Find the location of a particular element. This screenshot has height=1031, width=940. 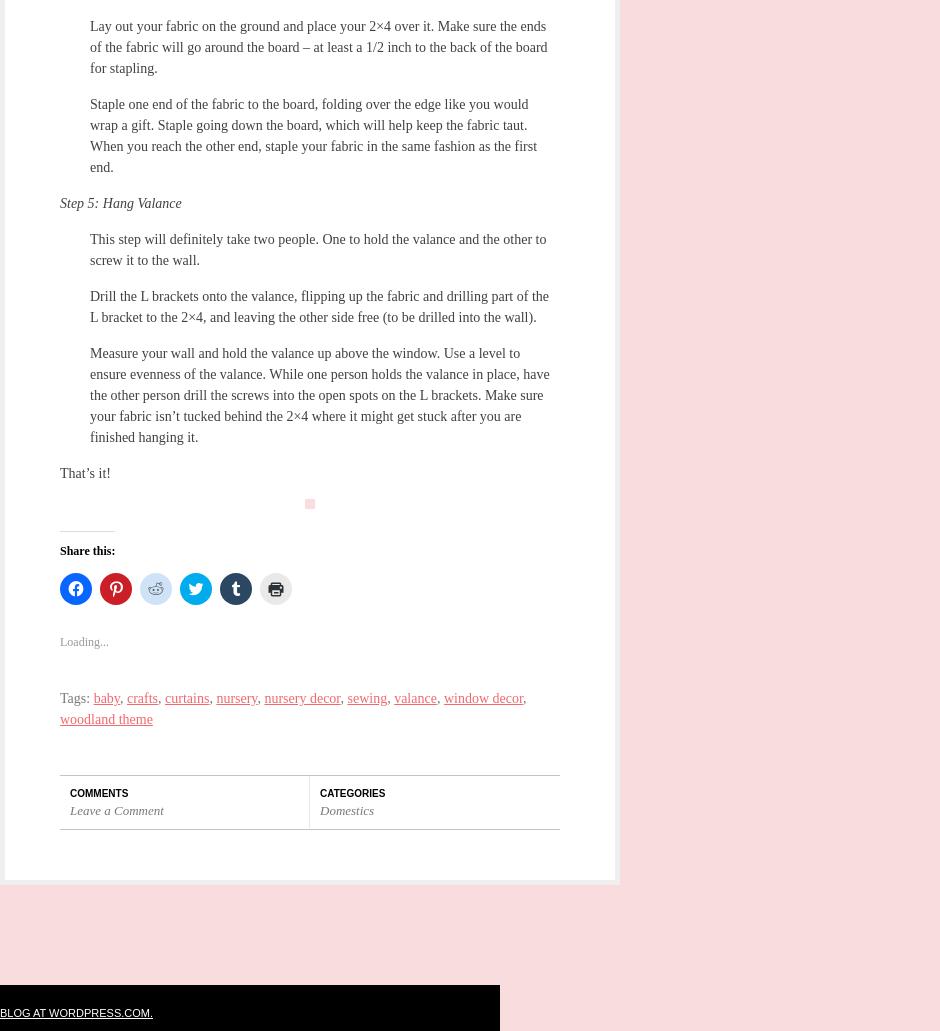

'Loading...' is located at coordinates (58, 642).